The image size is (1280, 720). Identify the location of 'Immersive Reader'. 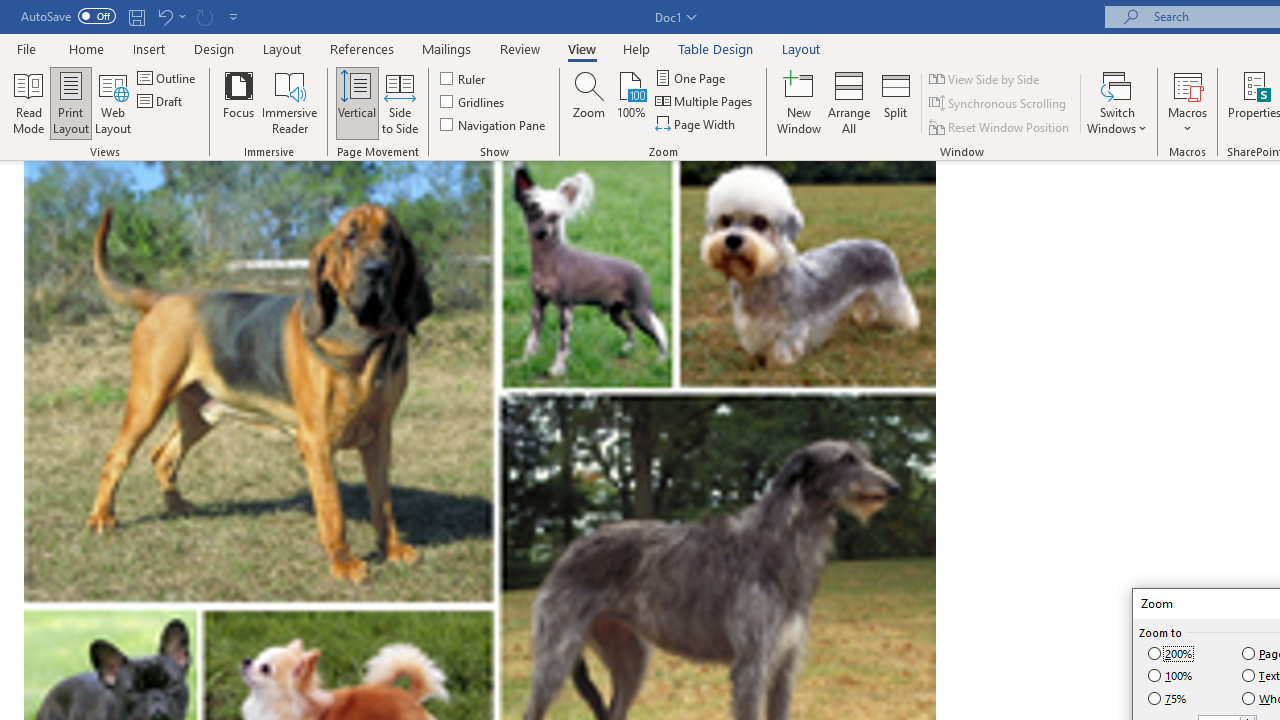
(288, 103).